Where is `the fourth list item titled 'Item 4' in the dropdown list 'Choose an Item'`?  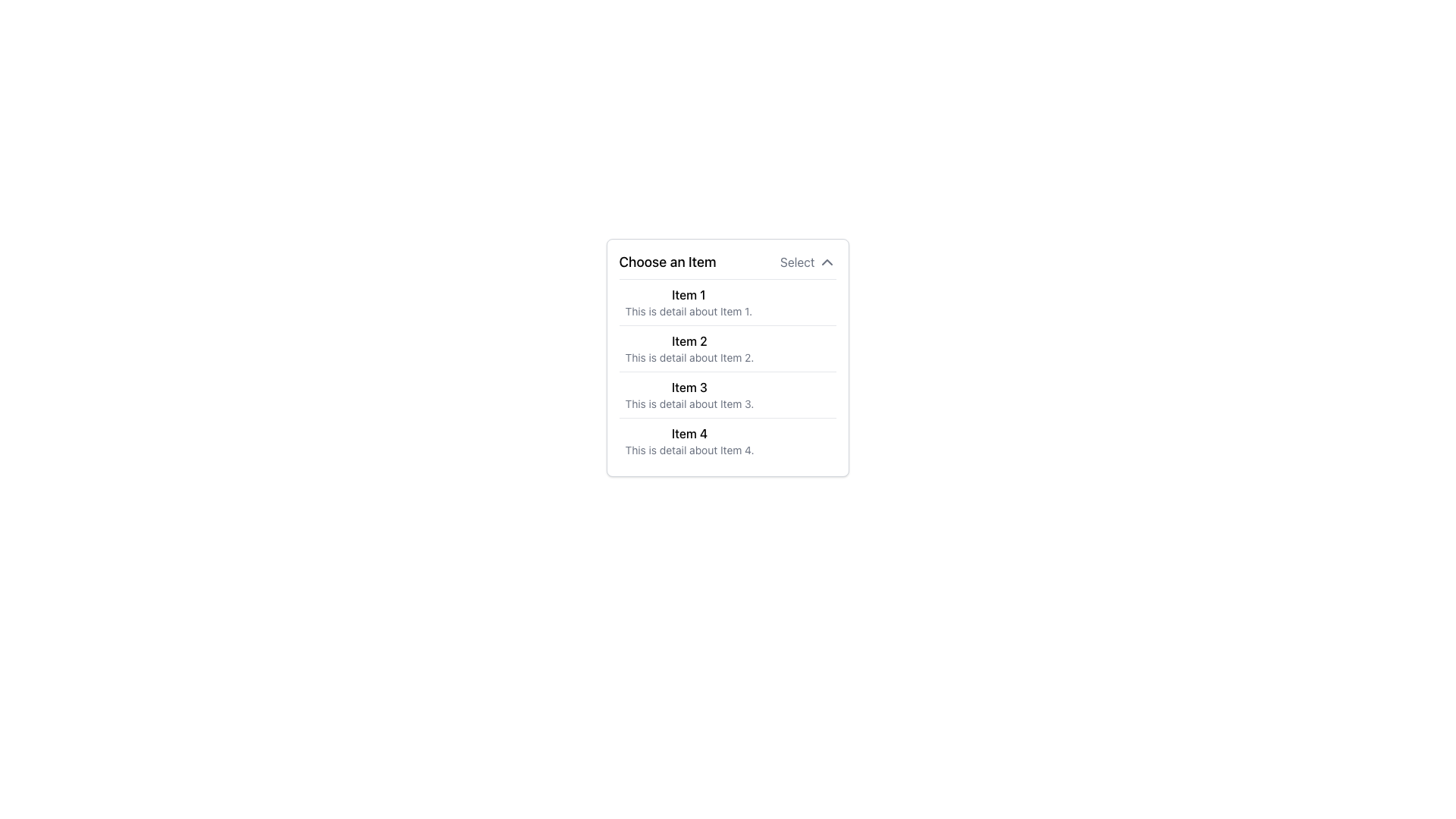 the fourth list item titled 'Item 4' in the dropdown list 'Choose an Item' is located at coordinates (726, 441).